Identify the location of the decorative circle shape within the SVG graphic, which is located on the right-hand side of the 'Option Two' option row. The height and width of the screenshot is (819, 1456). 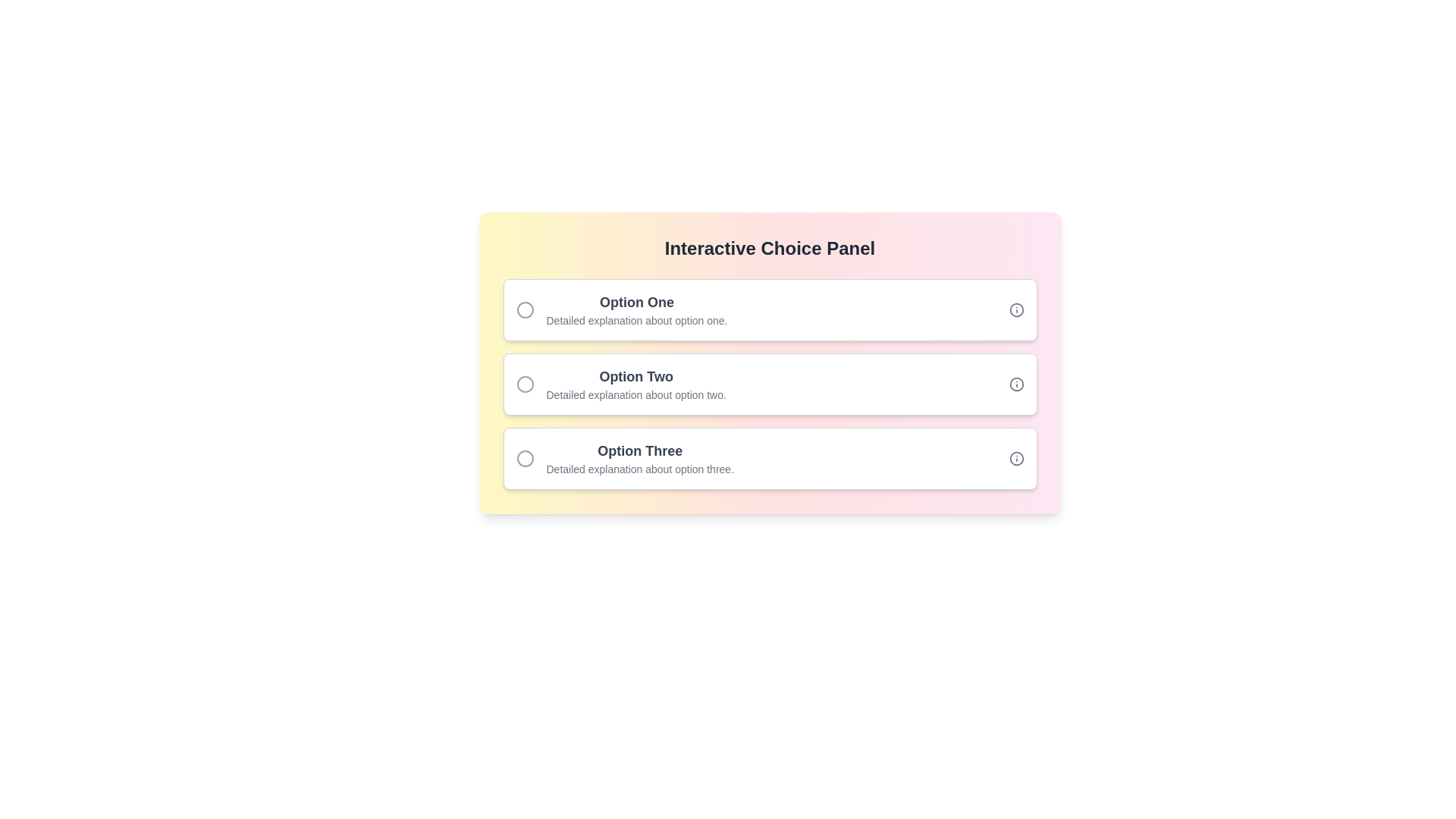
(1016, 383).